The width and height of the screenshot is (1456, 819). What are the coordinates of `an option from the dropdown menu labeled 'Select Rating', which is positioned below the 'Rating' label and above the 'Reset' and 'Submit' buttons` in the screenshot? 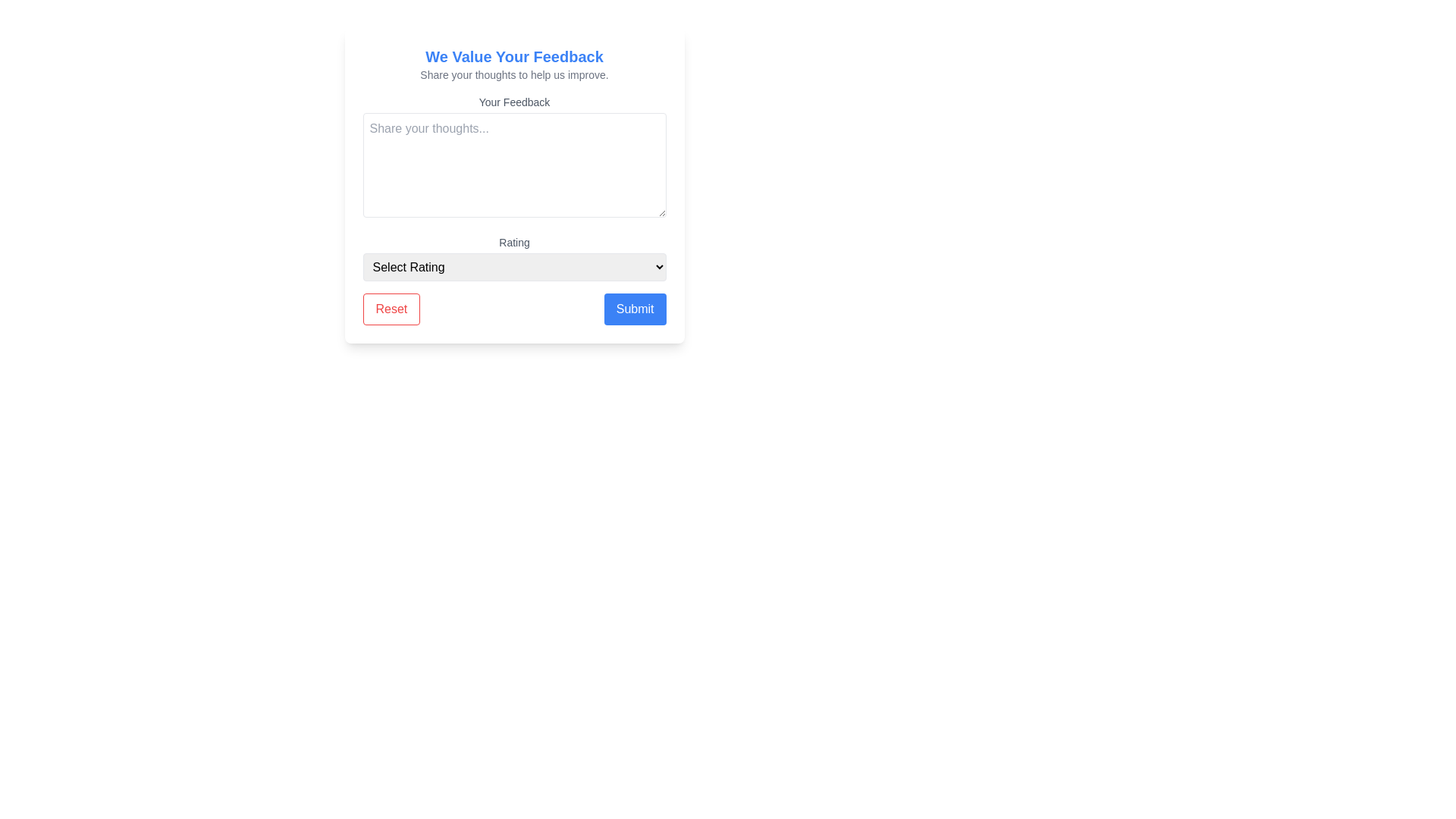 It's located at (514, 257).